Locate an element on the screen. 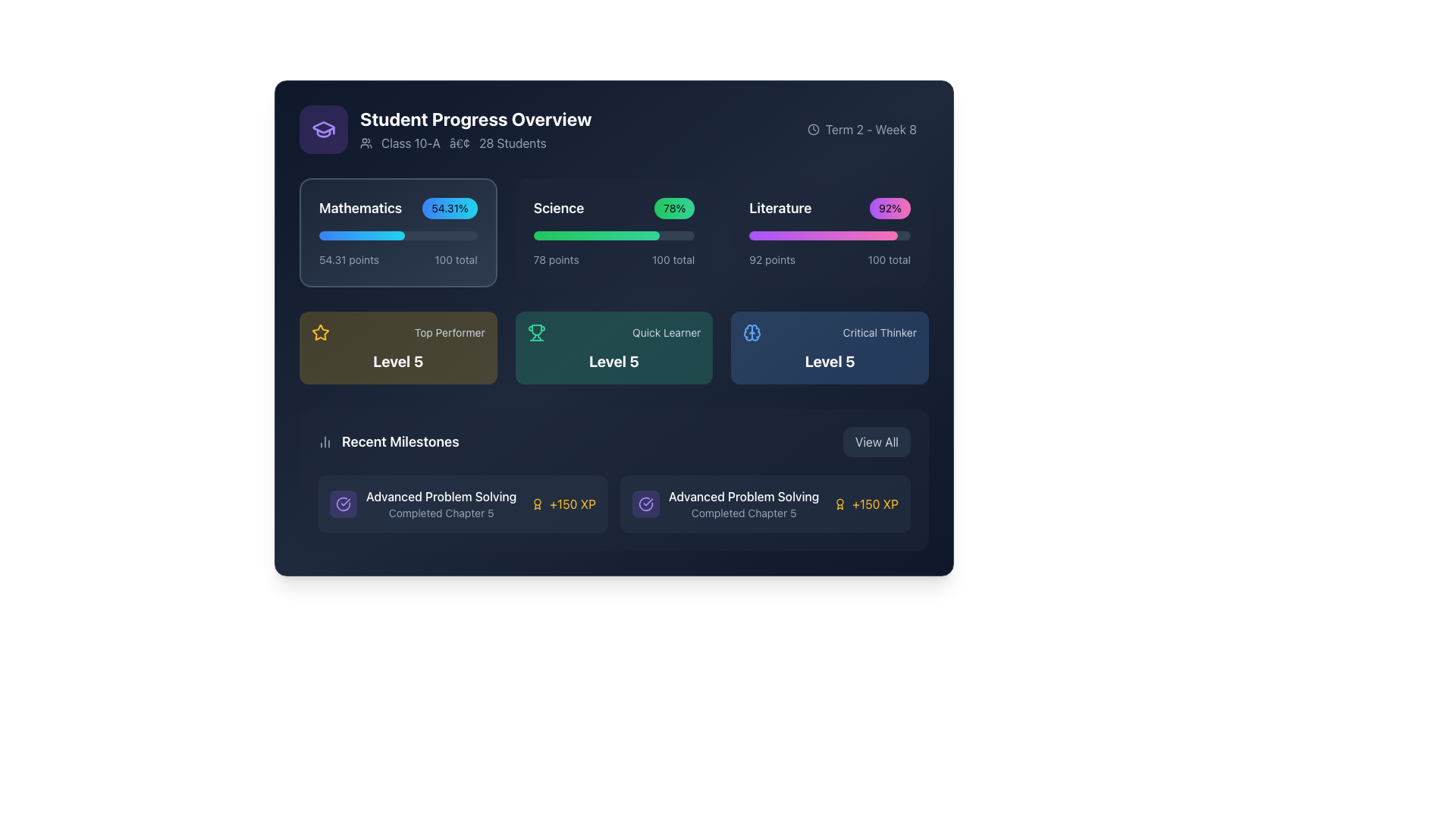 Image resolution: width=1456 pixels, height=819 pixels. the graphical icon representing recent milestones, located immediately to the left of the 'Recent Milestones' text is located at coordinates (324, 441).